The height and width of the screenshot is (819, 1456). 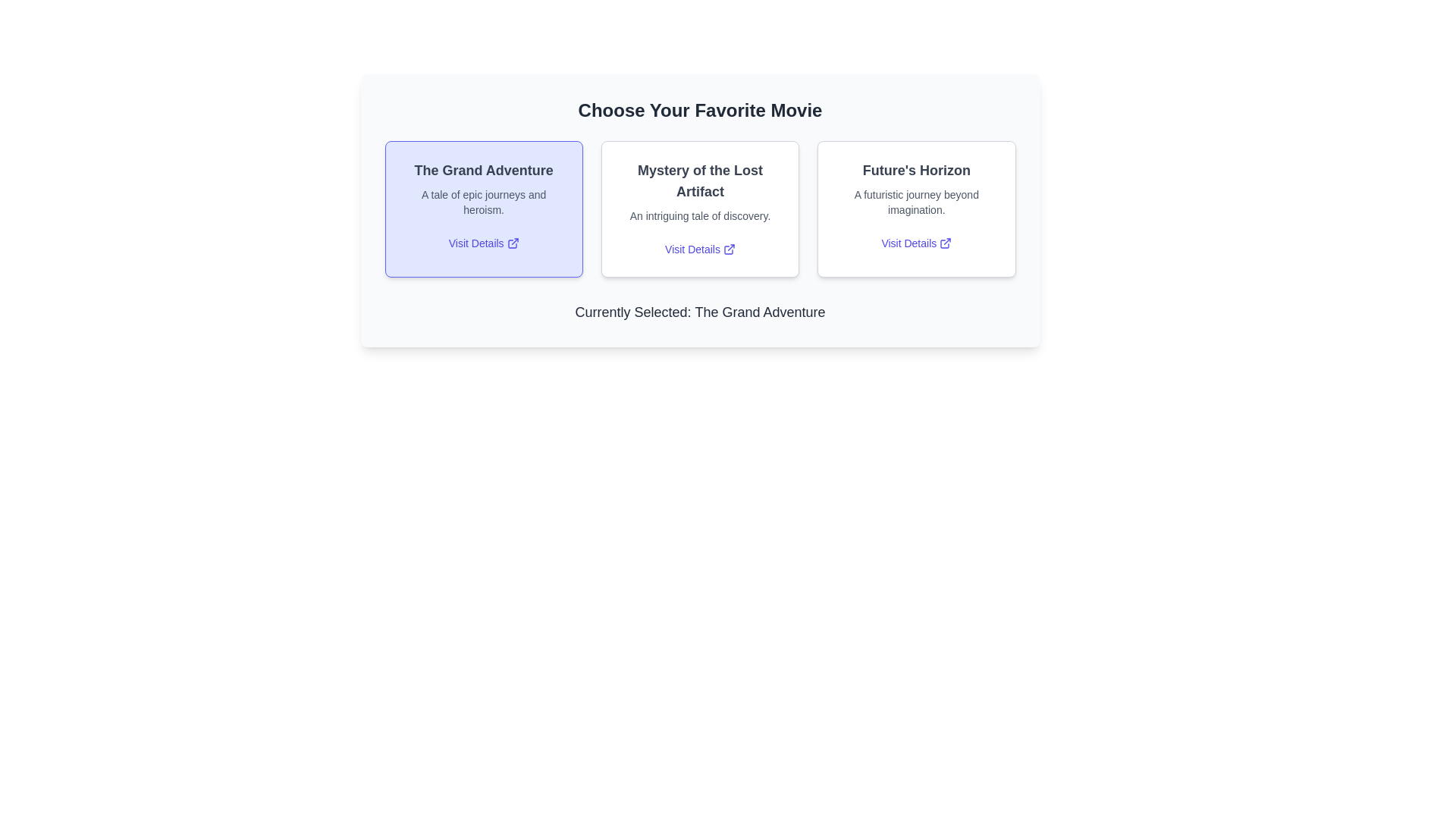 What do you see at coordinates (483, 242) in the screenshot?
I see `the 'Visit Details' hyperlink located at the bottom-right corner of the card titled 'The Grand Adventure'` at bounding box center [483, 242].